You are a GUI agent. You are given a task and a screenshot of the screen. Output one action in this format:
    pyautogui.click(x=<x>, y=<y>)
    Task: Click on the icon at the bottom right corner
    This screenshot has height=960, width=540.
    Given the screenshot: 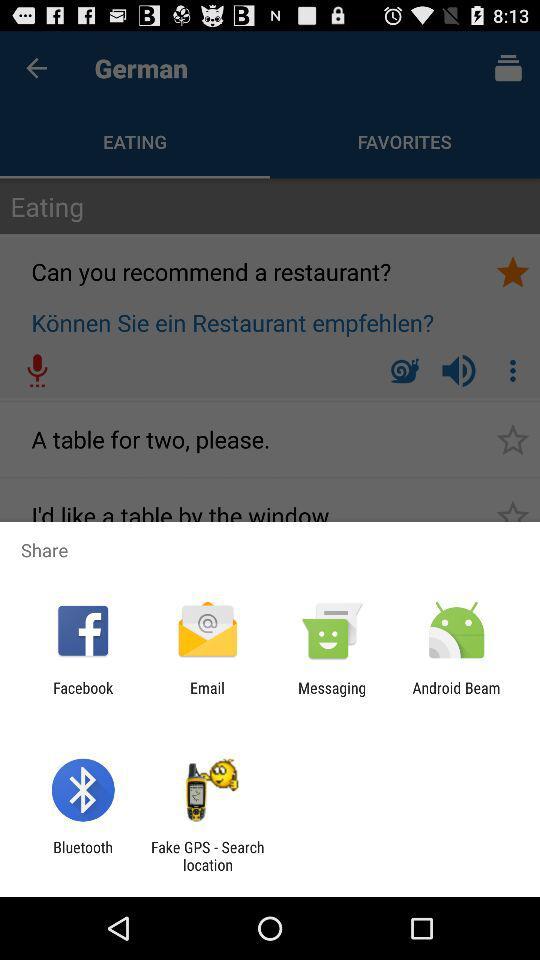 What is the action you would take?
    pyautogui.click(x=456, y=696)
    